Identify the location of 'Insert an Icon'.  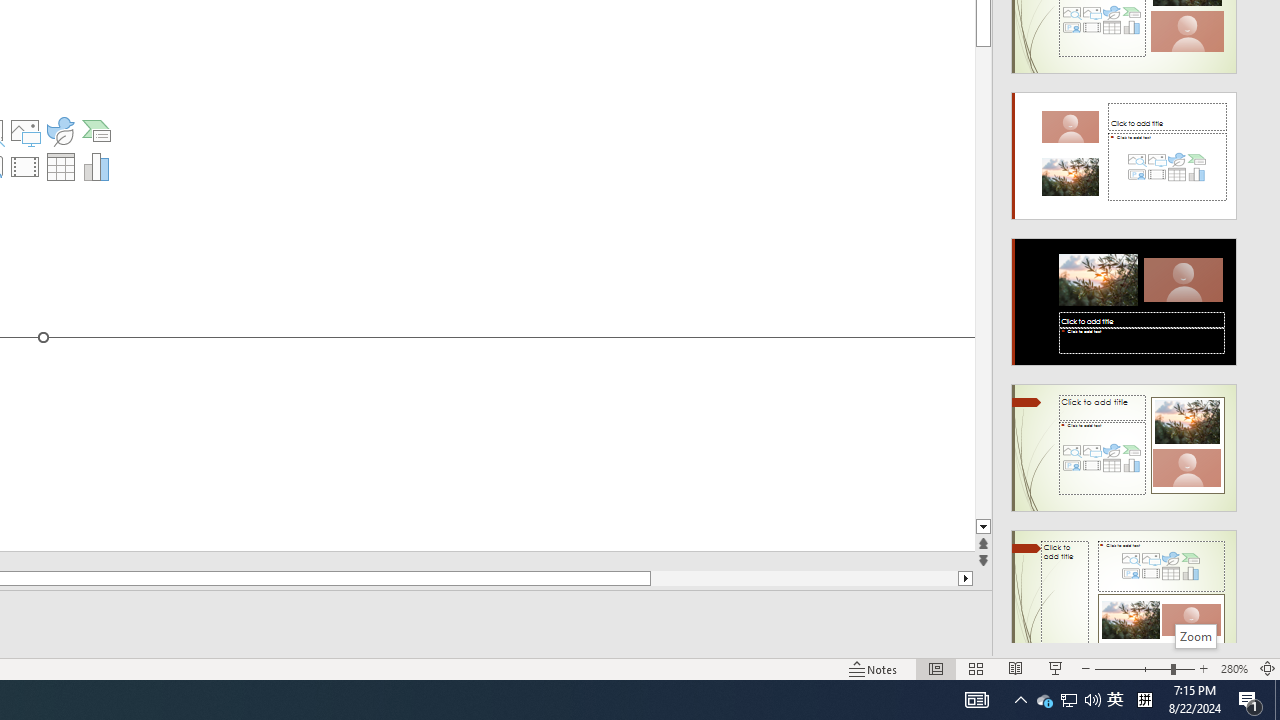
(60, 131).